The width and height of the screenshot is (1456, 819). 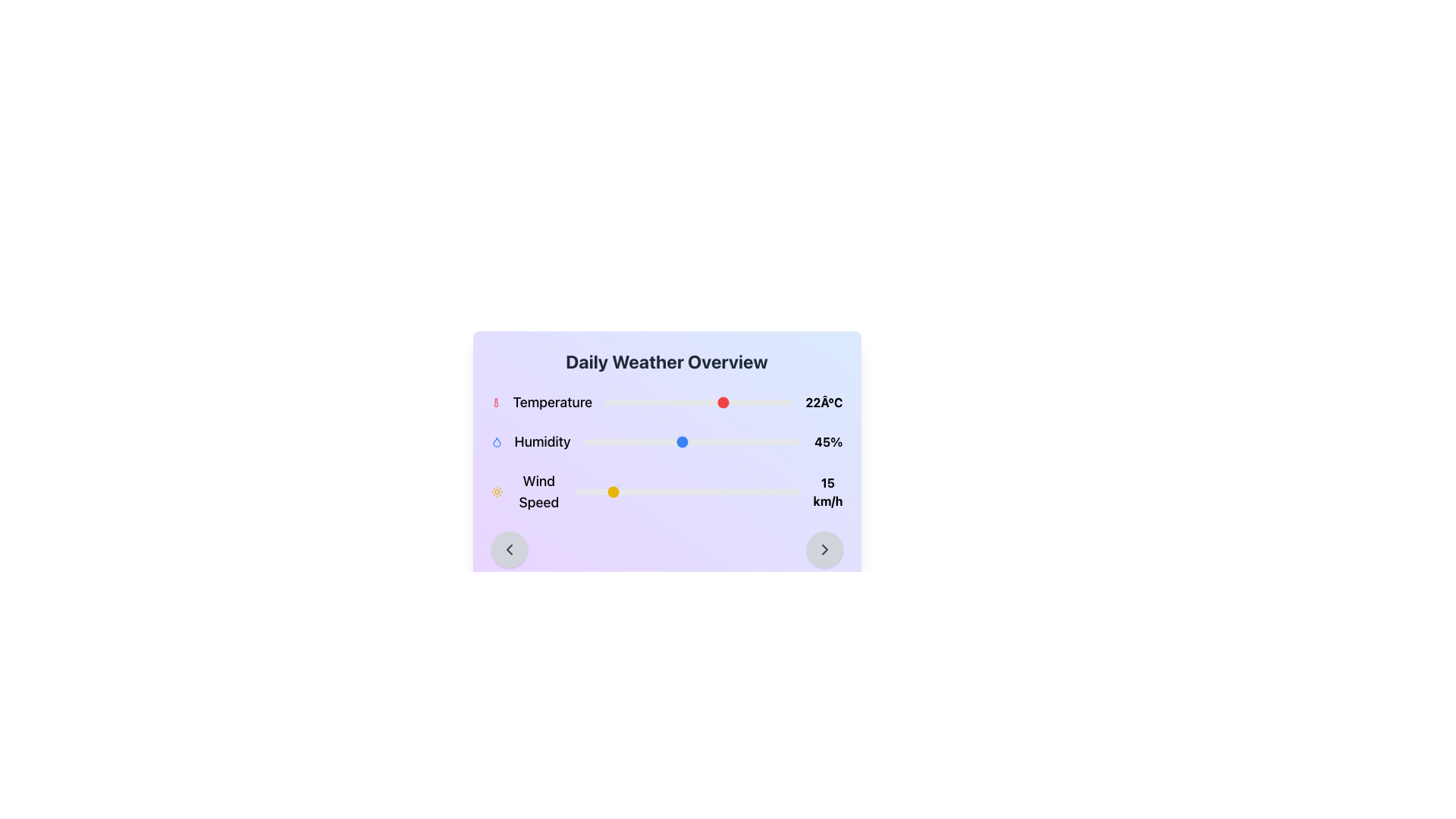 What do you see at coordinates (599, 441) in the screenshot?
I see `the humidity level` at bounding box center [599, 441].